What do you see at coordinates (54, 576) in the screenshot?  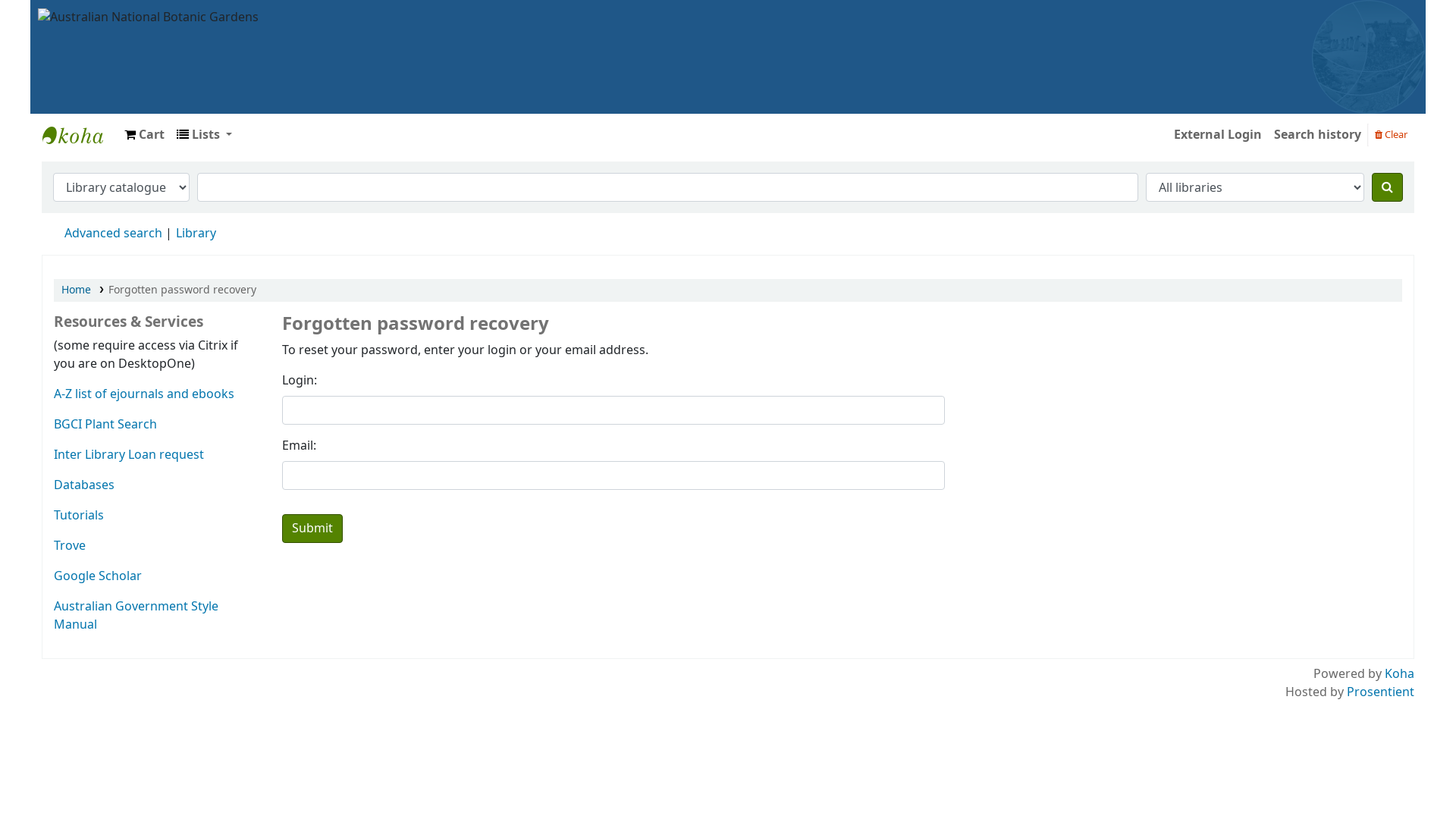 I see `'Google Scholar'` at bounding box center [54, 576].